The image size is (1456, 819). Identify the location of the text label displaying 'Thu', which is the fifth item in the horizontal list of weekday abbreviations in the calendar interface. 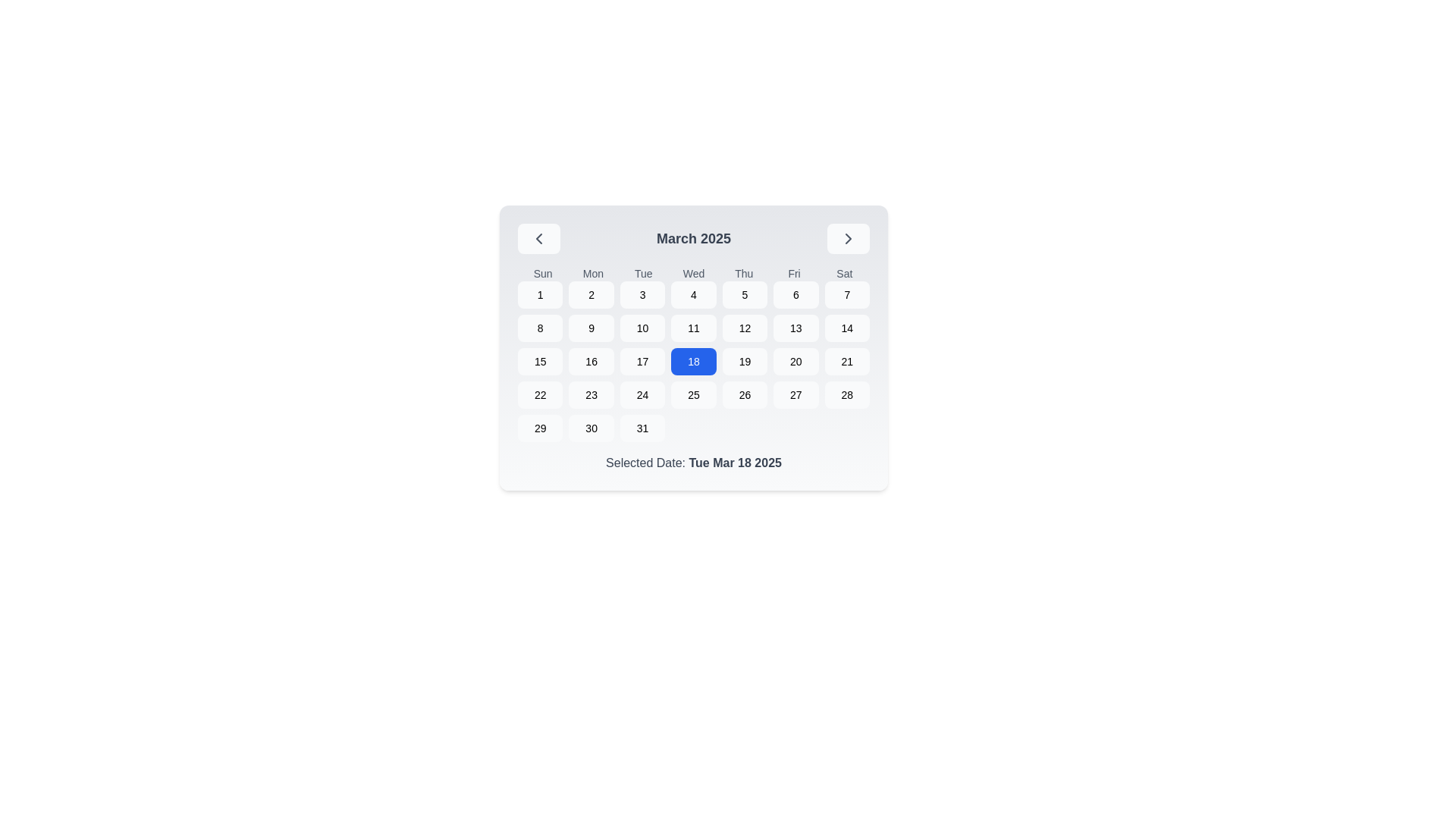
(744, 274).